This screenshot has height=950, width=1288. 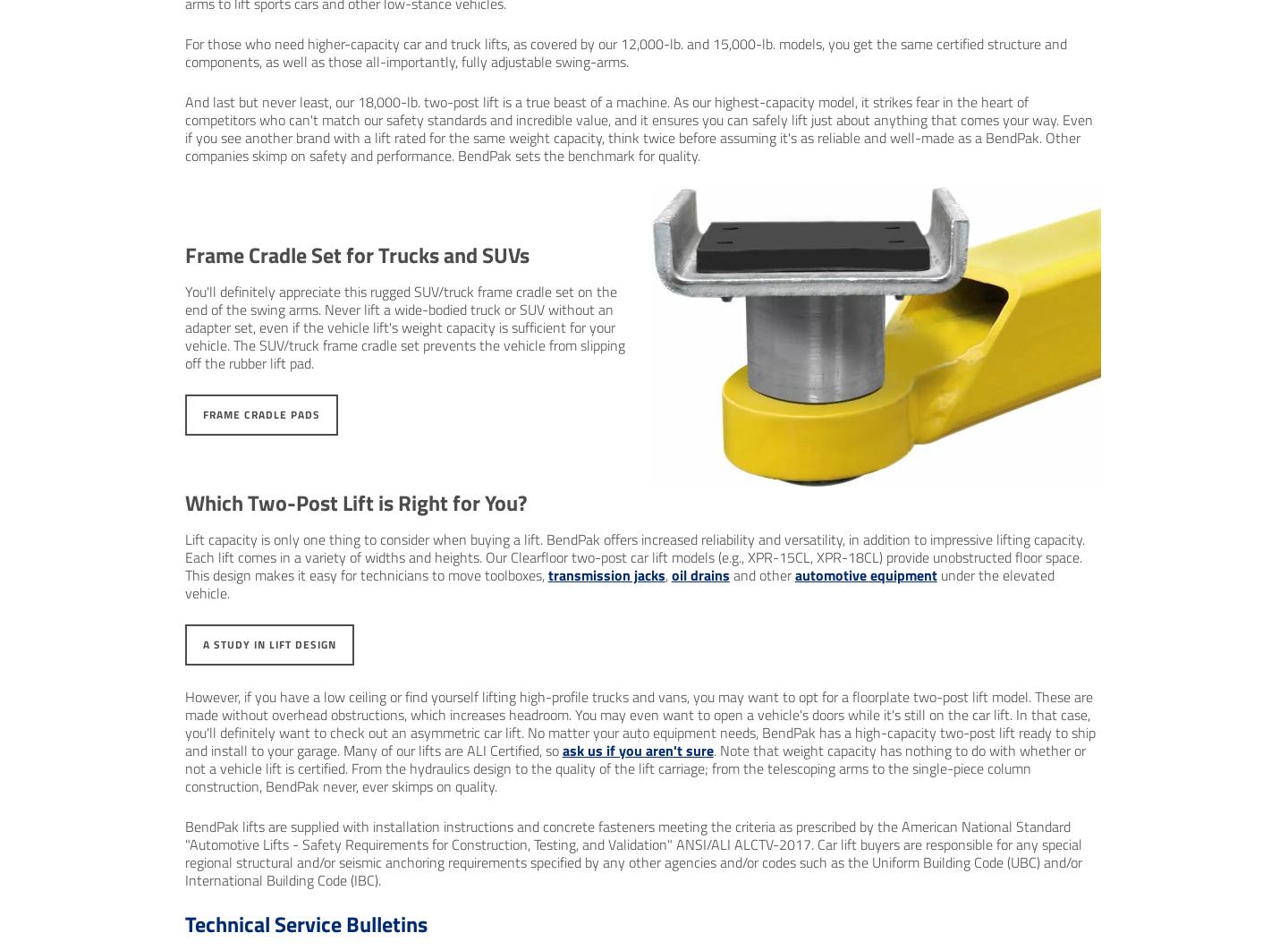 I want to click on 'BendPak lifts are supplied with installation instructions and concrete fasteners meeting the criteria as prescribed by the American National Standard "Automotive Lifts - Safety Requirements for Construction, Testing, and Validation" ANSI/ALI ALCTV-201​7. Car lift buyers are responsible for any special regional structural and/or seismic anchoring requirements specified by any other agencies and/or codes such as the Uniform Building Code (UBC) and/or International Building Code (IBC).', so click(x=184, y=852).